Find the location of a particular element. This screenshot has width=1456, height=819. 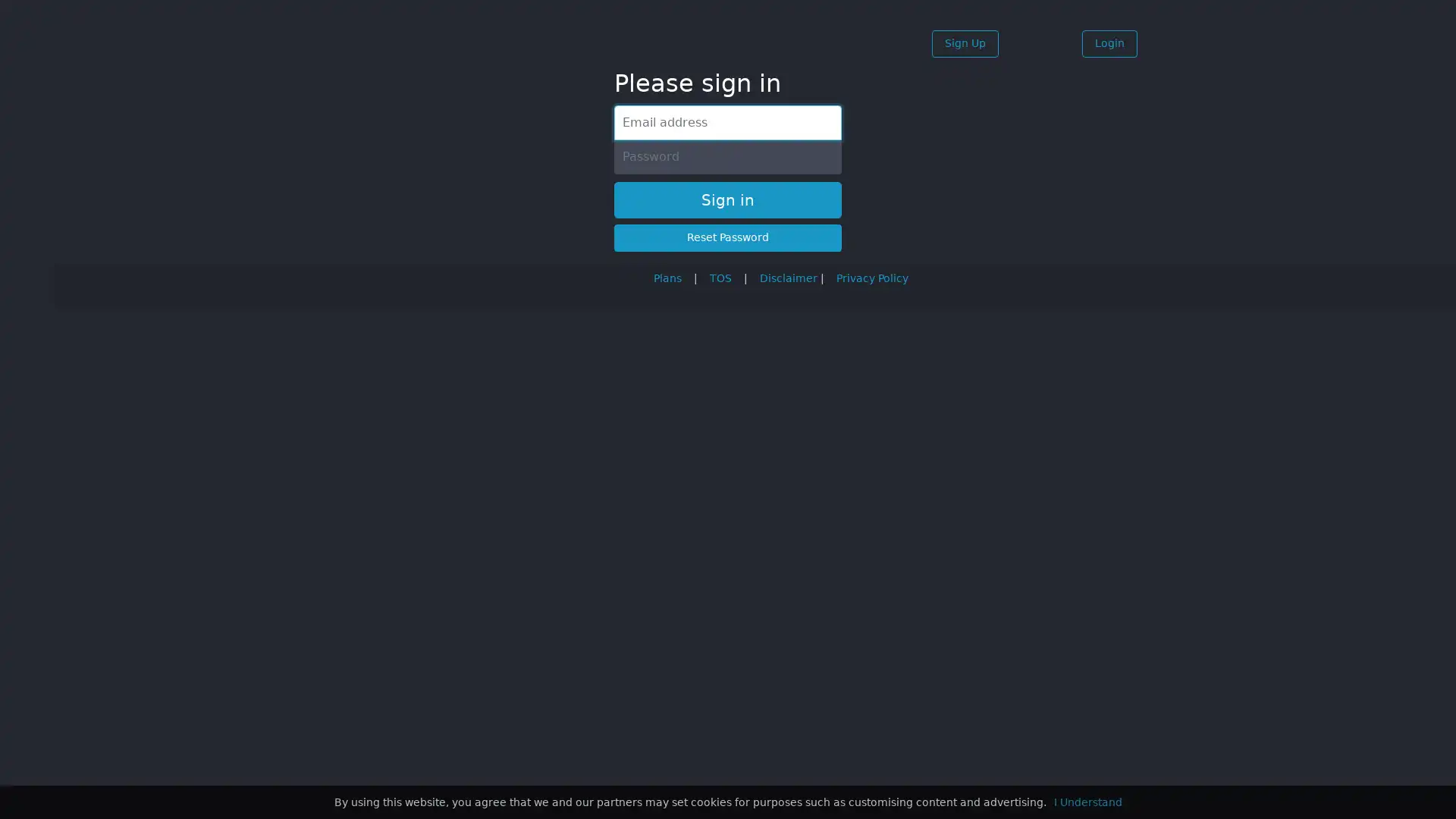

Reset Password is located at coordinates (728, 237).